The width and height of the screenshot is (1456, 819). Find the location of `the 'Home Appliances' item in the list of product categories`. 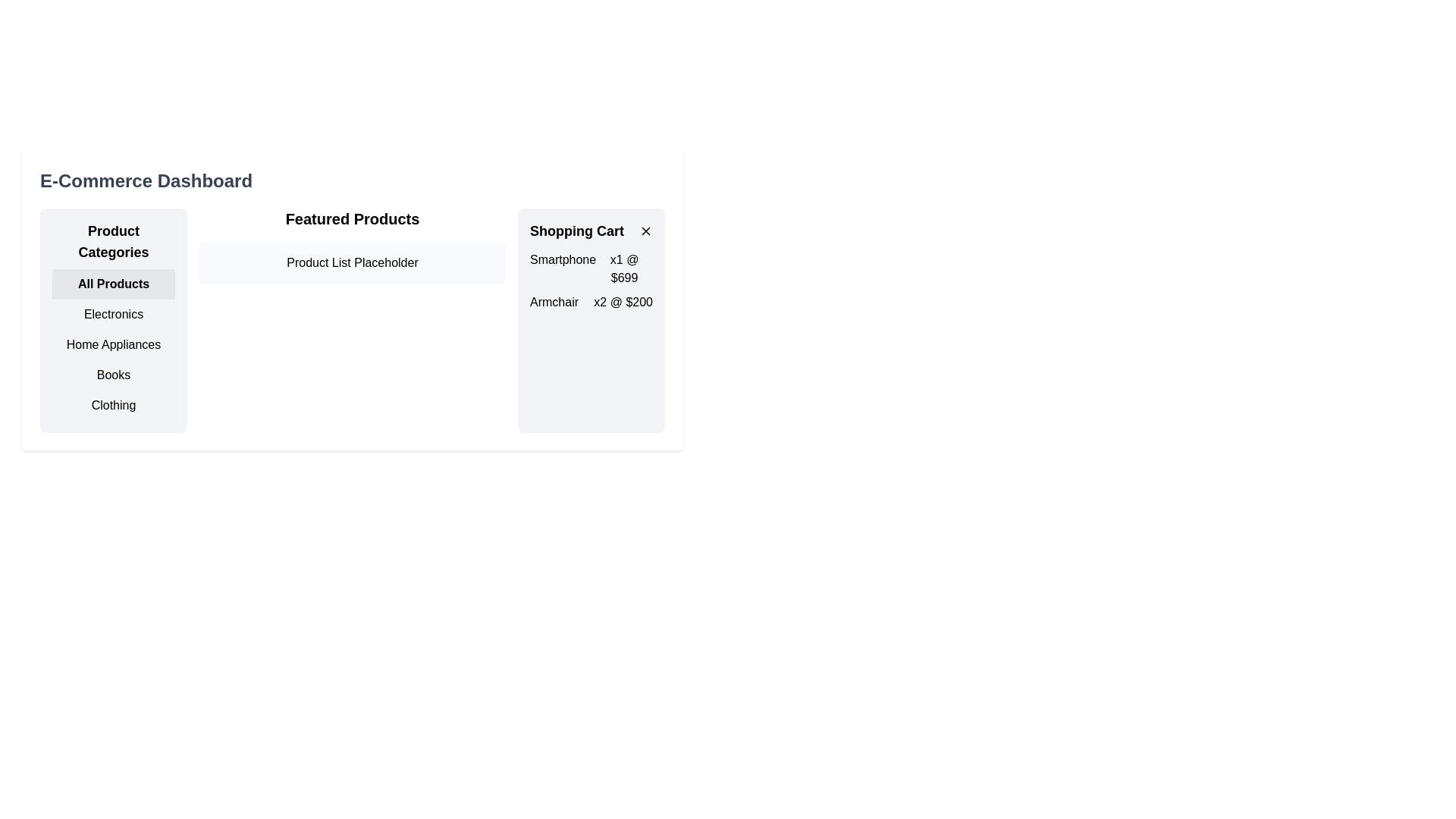

the 'Home Appliances' item in the list of product categories is located at coordinates (112, 345).